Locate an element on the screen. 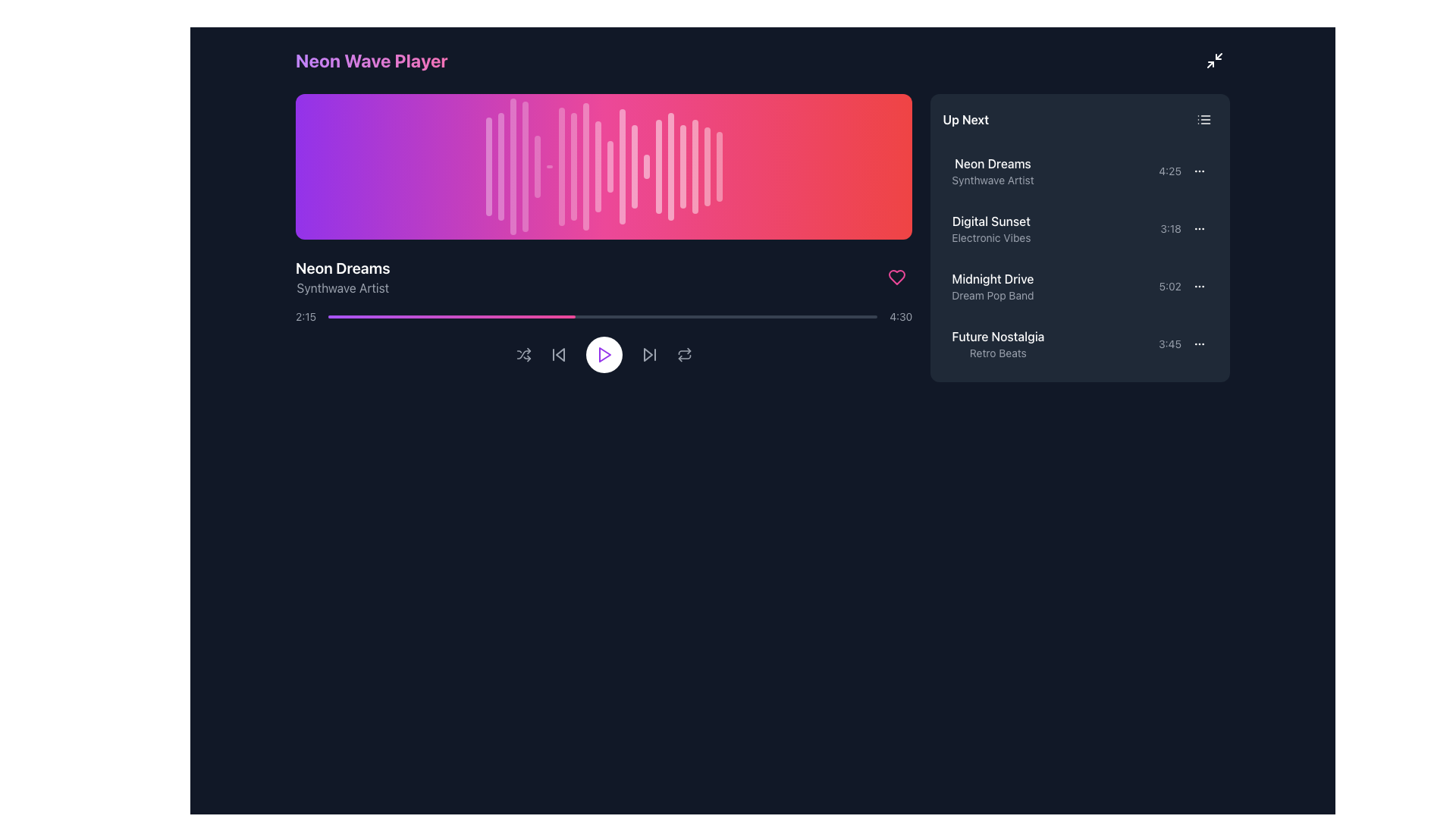  the text display that shows the title of the current track and its artist's name, located in the lower-left part of the interface, just below the waveform display is located at coordinates (342, 278).